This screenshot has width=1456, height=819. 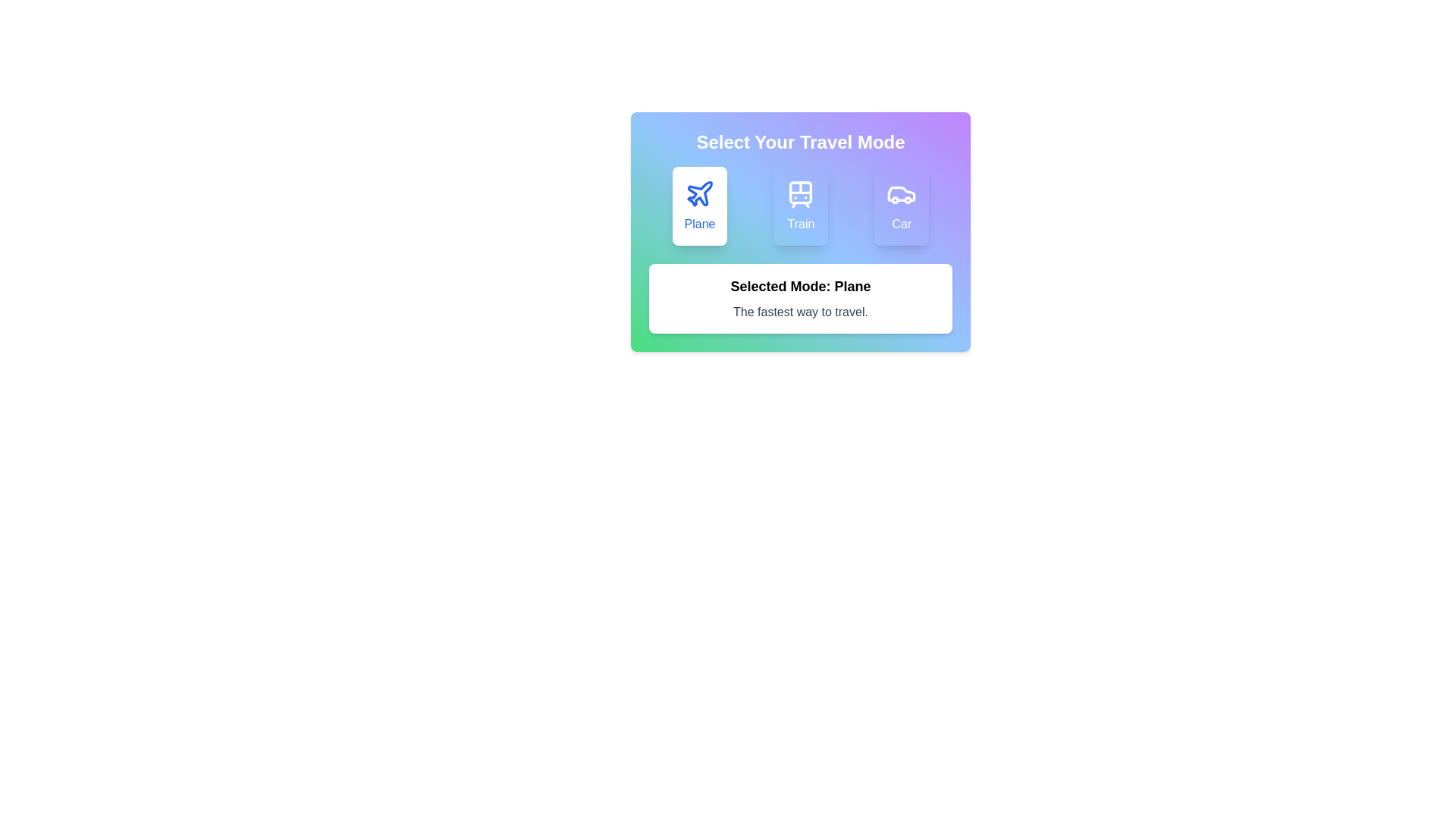 What do you see at coordinates (902, 206) in the screenshot?
I see `the button for the travel mode Car` at bounding box center [902, 206].